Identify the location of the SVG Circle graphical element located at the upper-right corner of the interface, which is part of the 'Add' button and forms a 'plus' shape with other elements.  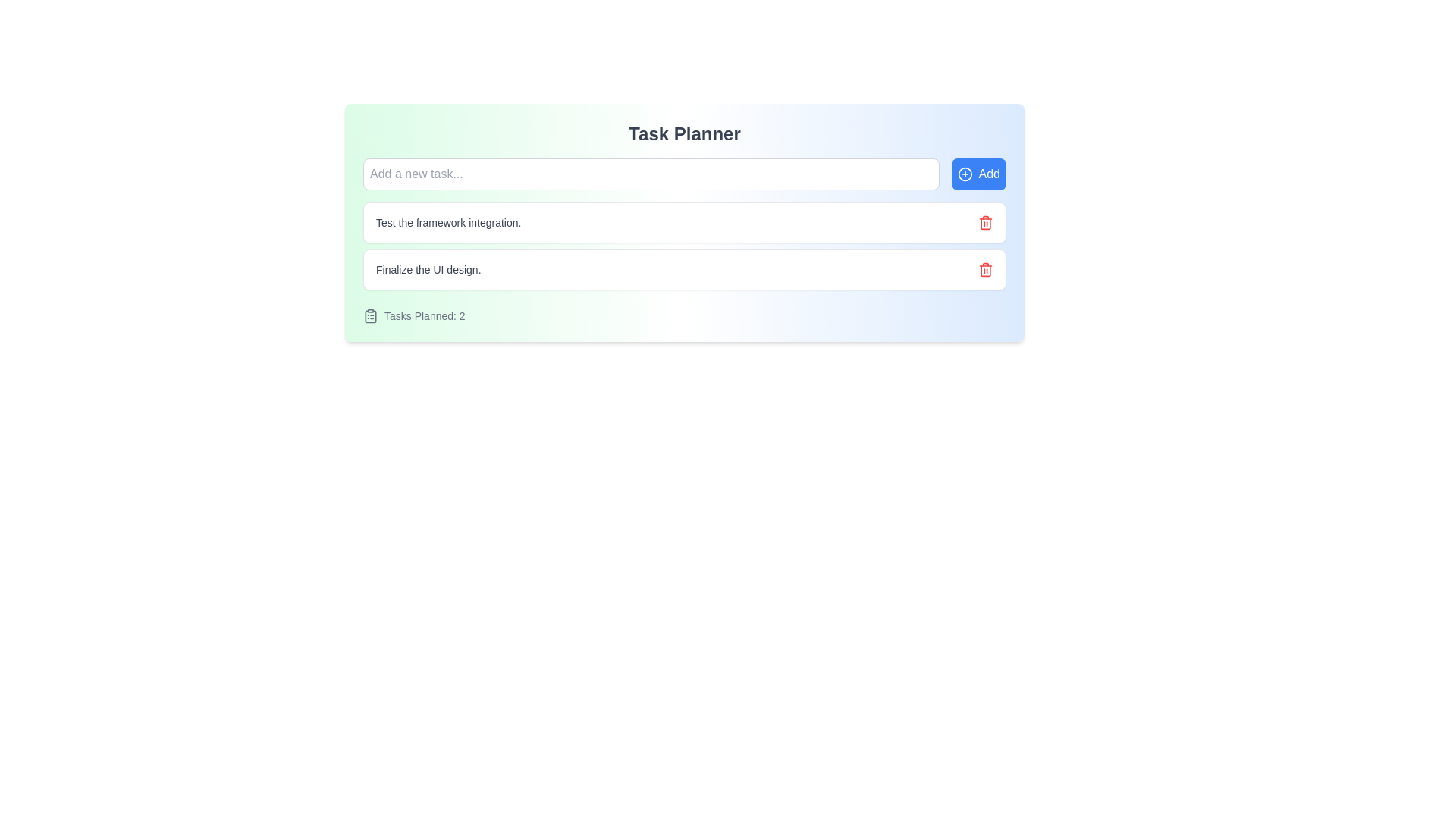
(964, 174).